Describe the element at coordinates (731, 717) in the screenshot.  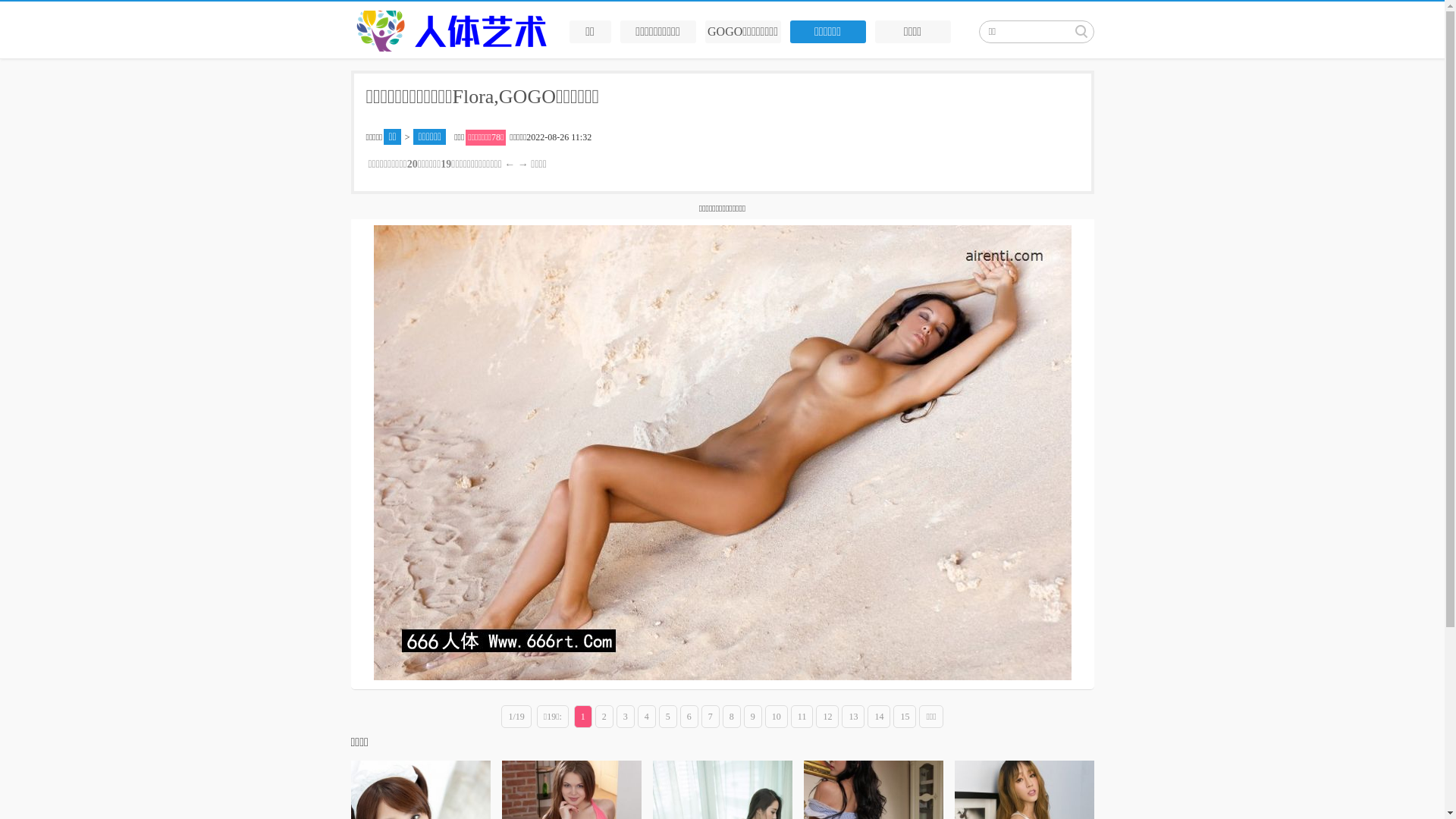
I see `'8'` at that location.